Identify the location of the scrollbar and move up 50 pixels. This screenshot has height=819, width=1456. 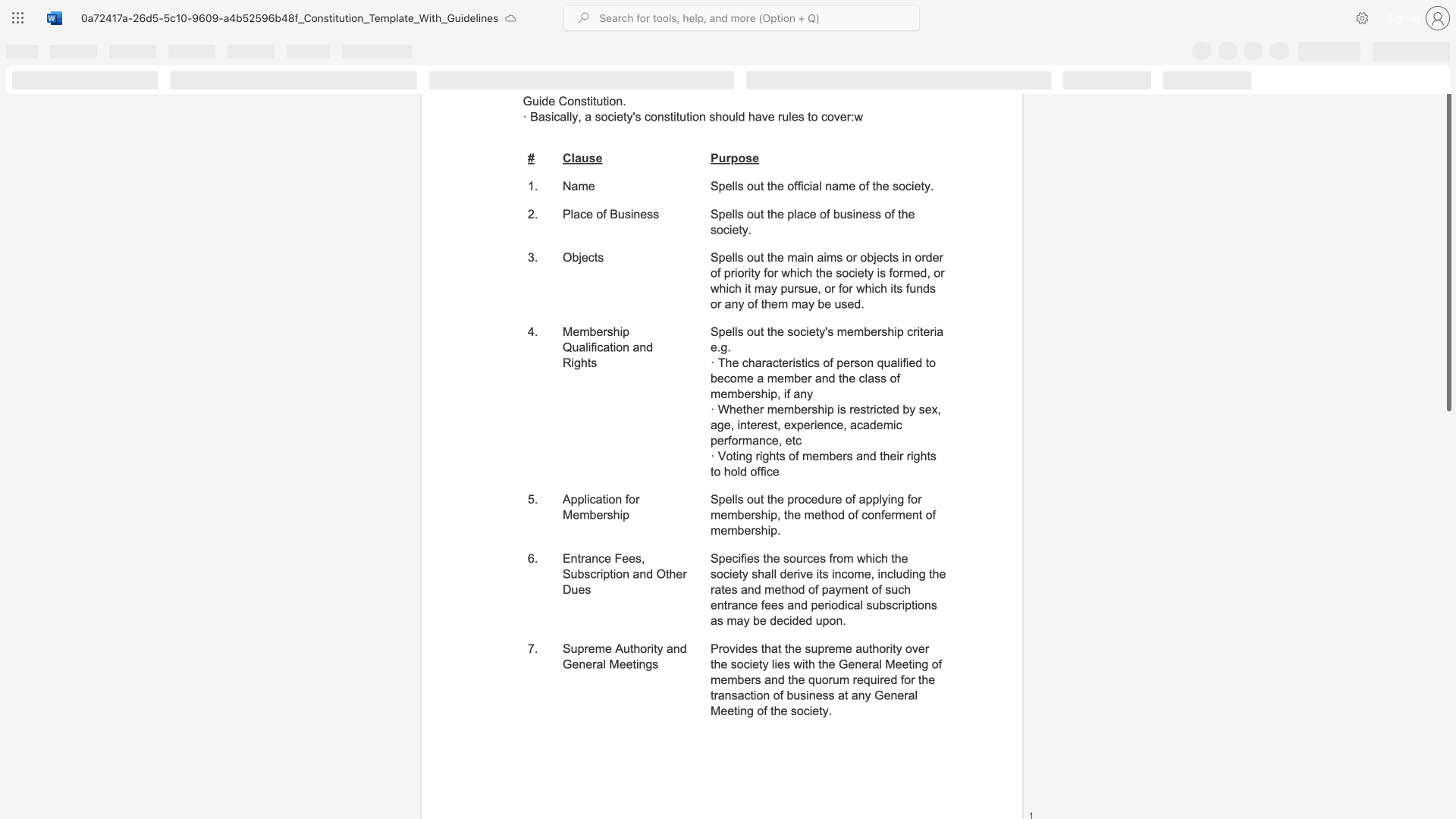
(1448, 242).